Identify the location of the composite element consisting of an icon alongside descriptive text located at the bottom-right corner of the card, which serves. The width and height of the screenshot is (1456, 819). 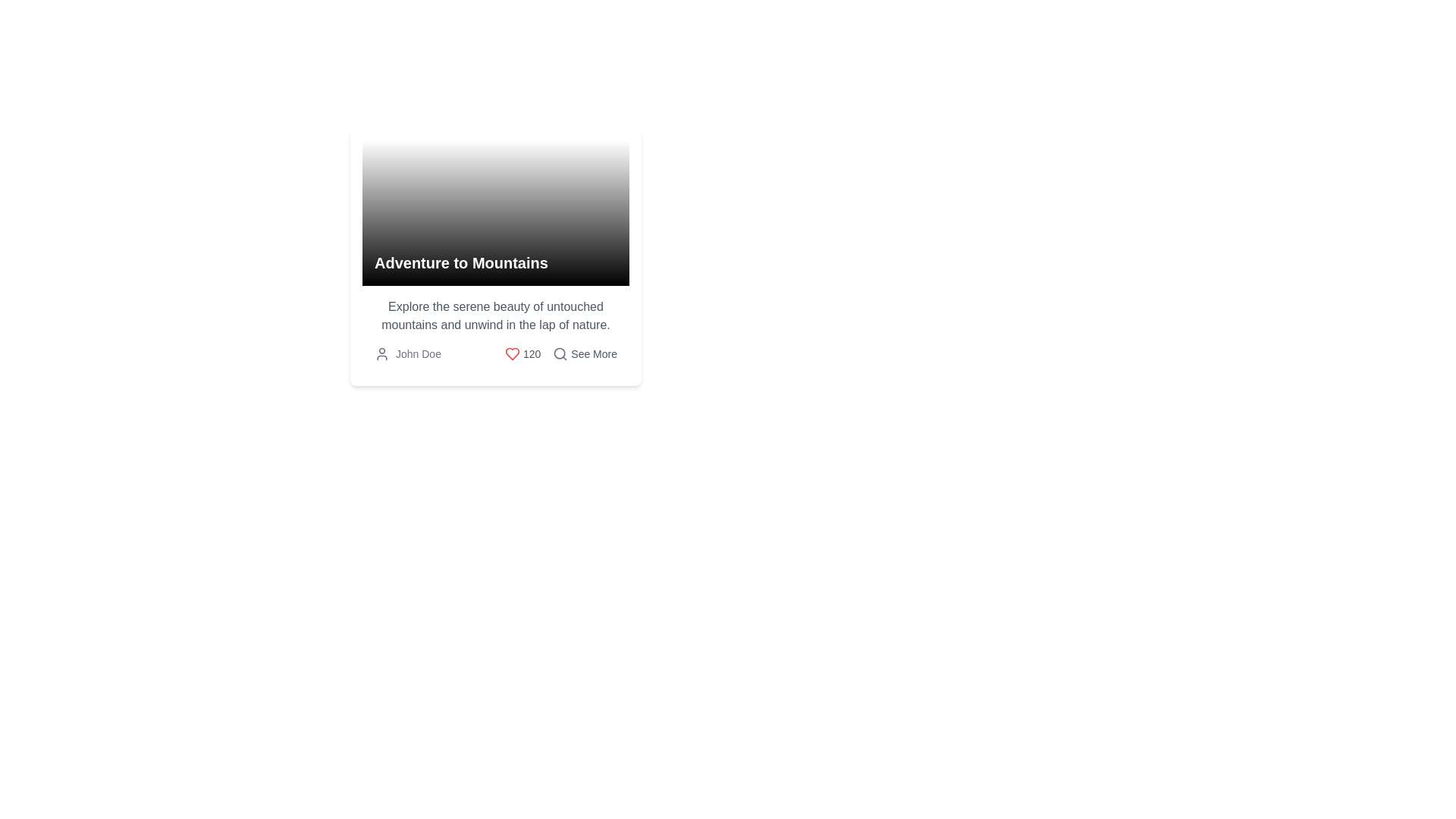
(584, 353).